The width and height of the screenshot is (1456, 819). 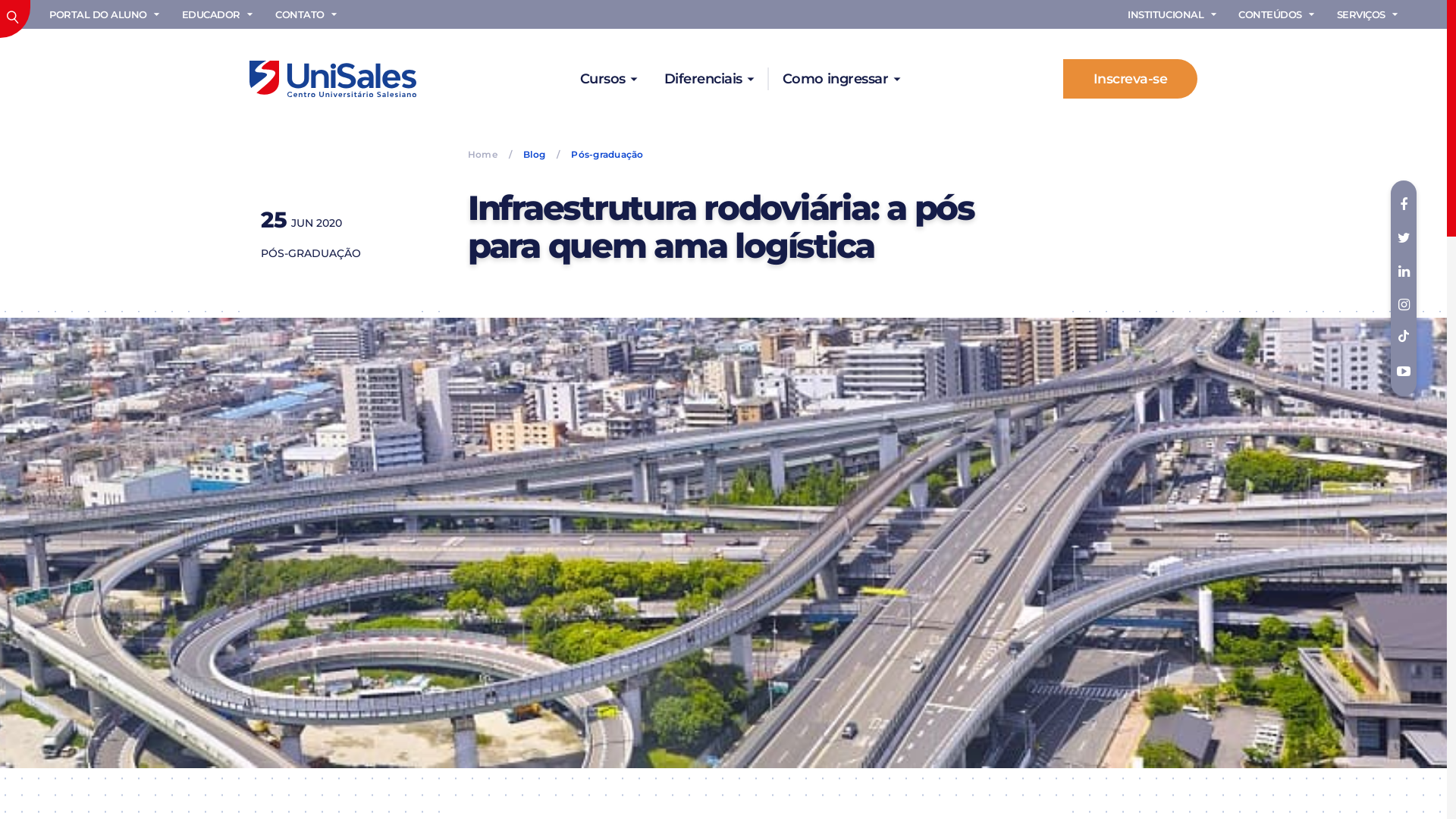 What do you see at coordinates (608, 79) in the screenshot?
I see `'Cursos'` at bounding box center [608, 79].